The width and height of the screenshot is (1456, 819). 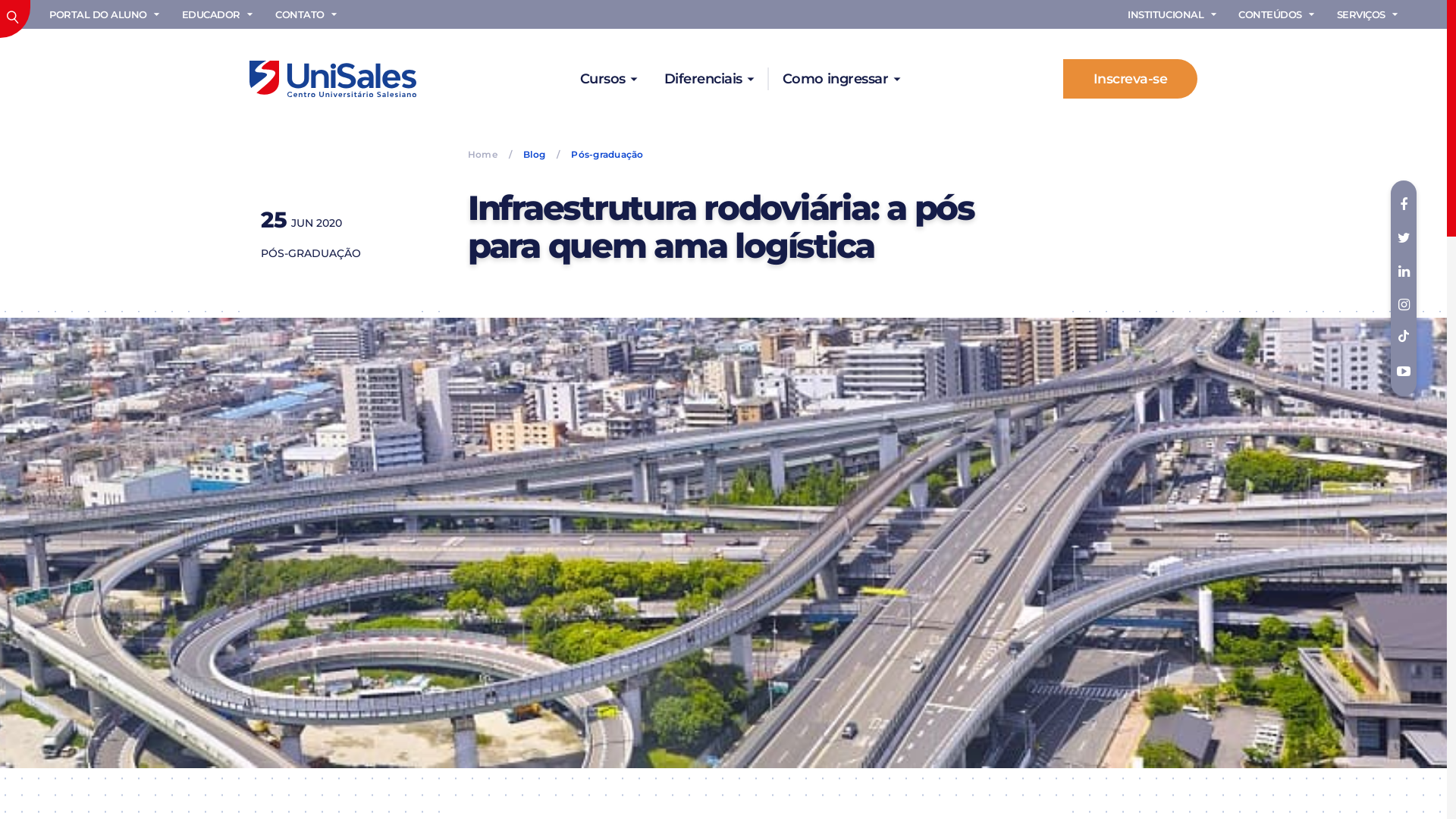 What do you see at coordinates (608, 79) in the screenshot?
I see `'Cursos'` at bounding box center [608, 79].